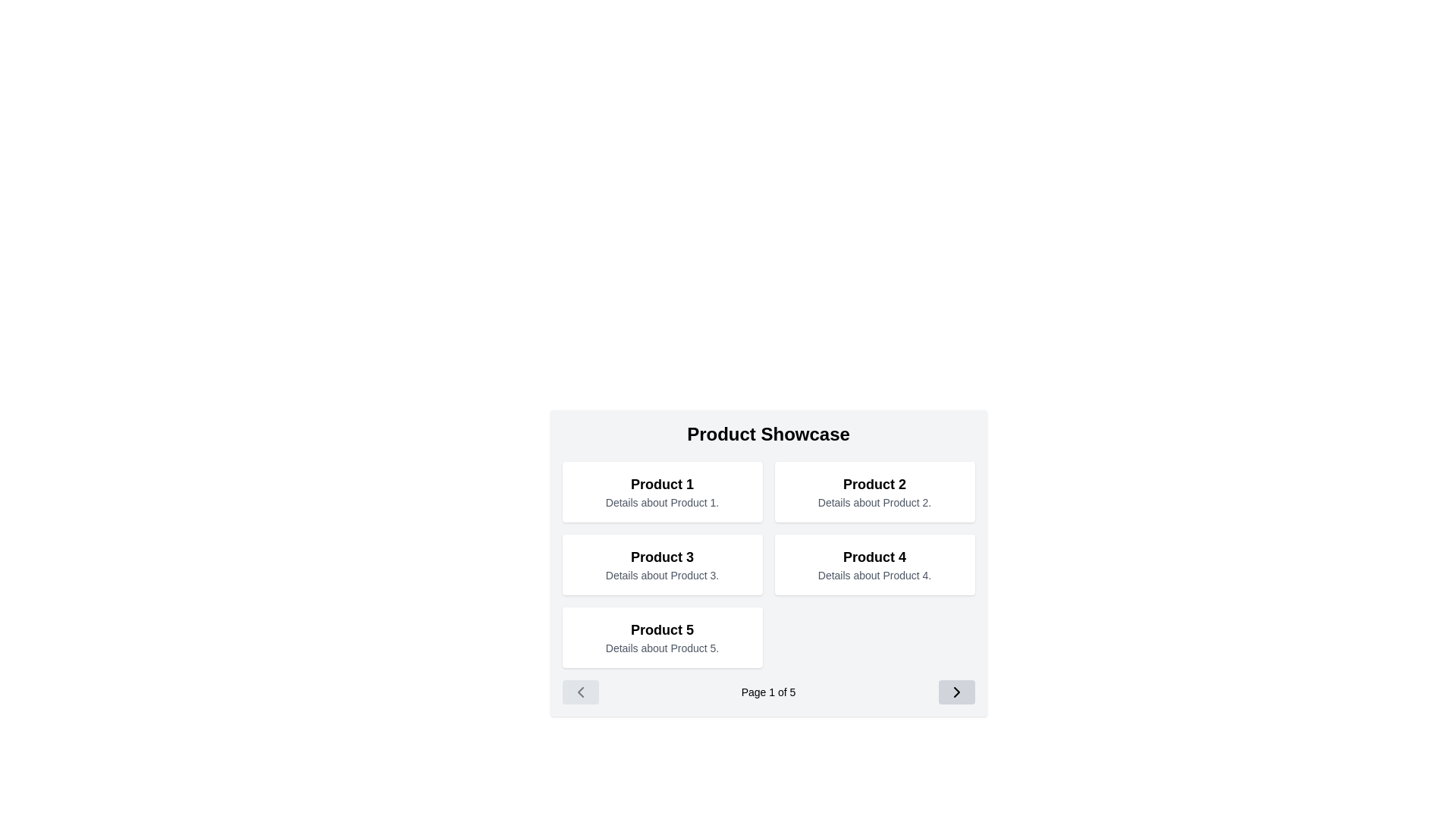 The image size is (1456, 819). What do you see at coordinates (768, 564) in the screenshot?
I see `one of the product cards in the grid layout` at bounding box center [768, 564].